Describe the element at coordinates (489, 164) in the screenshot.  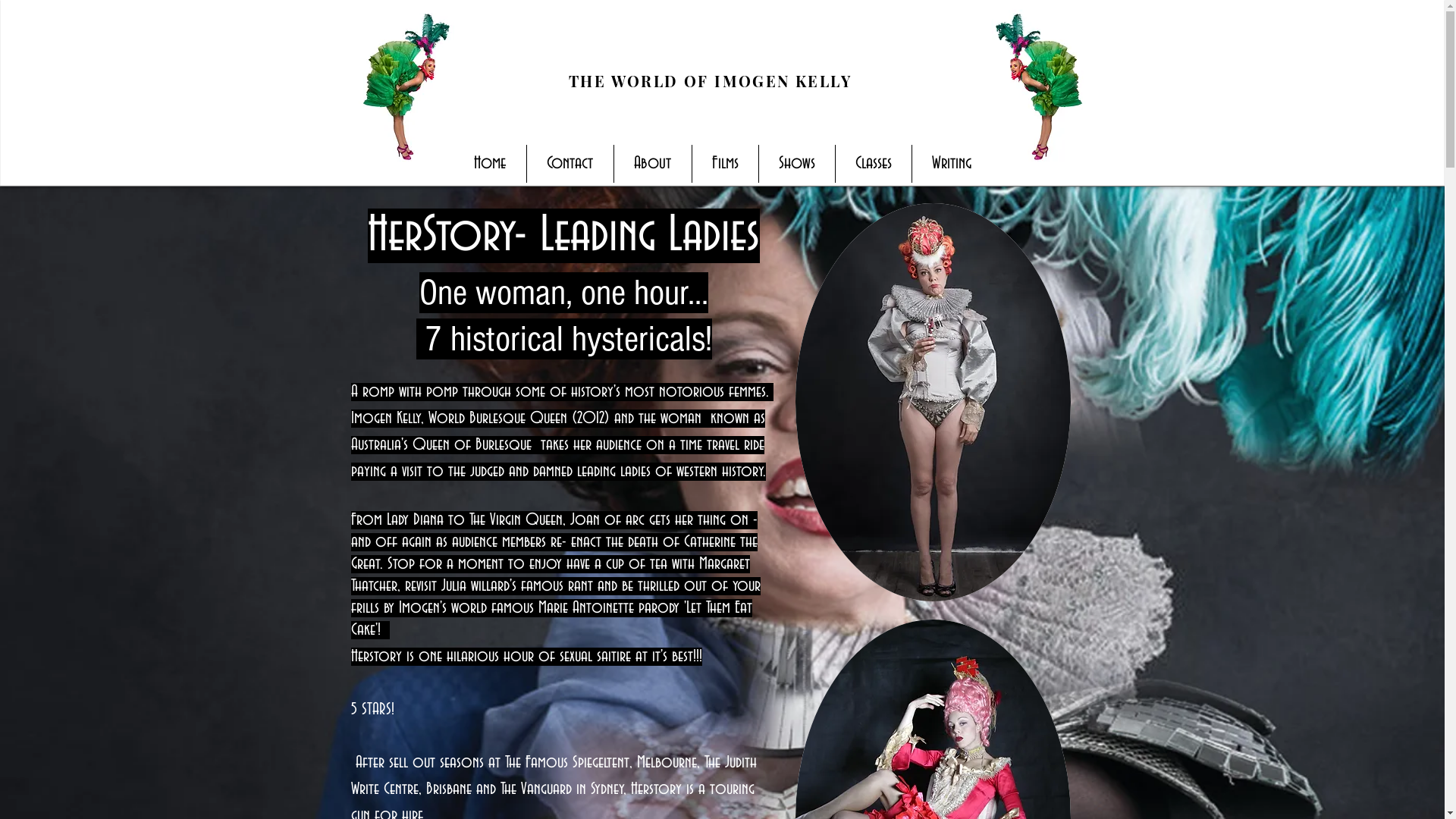
I see `'Home'` at that location.